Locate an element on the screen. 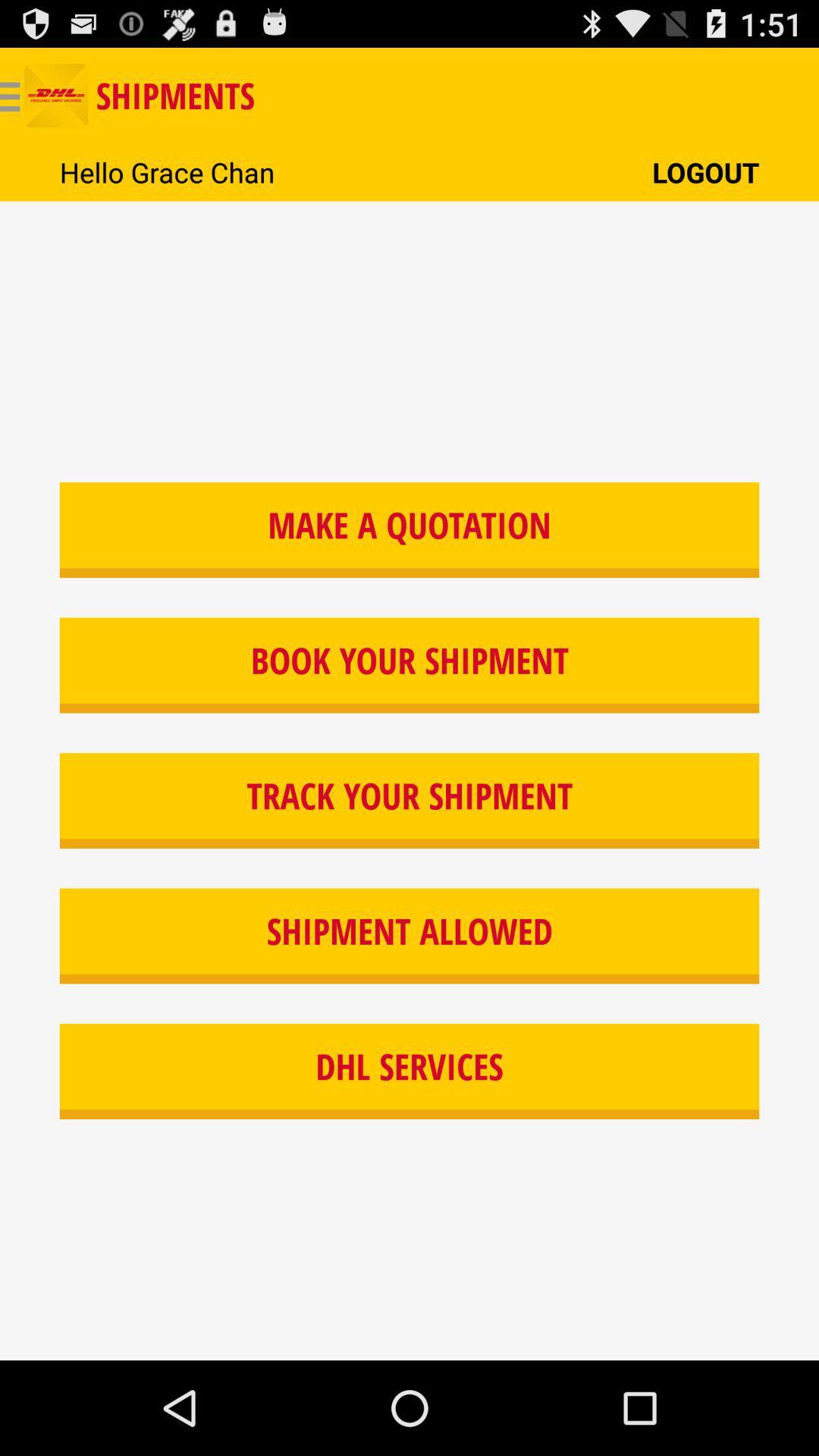 Image resolution: width=819 pixels, height=1456 pixels. the icon next to the hello grace chan icon is located at coordinates (705, 172).